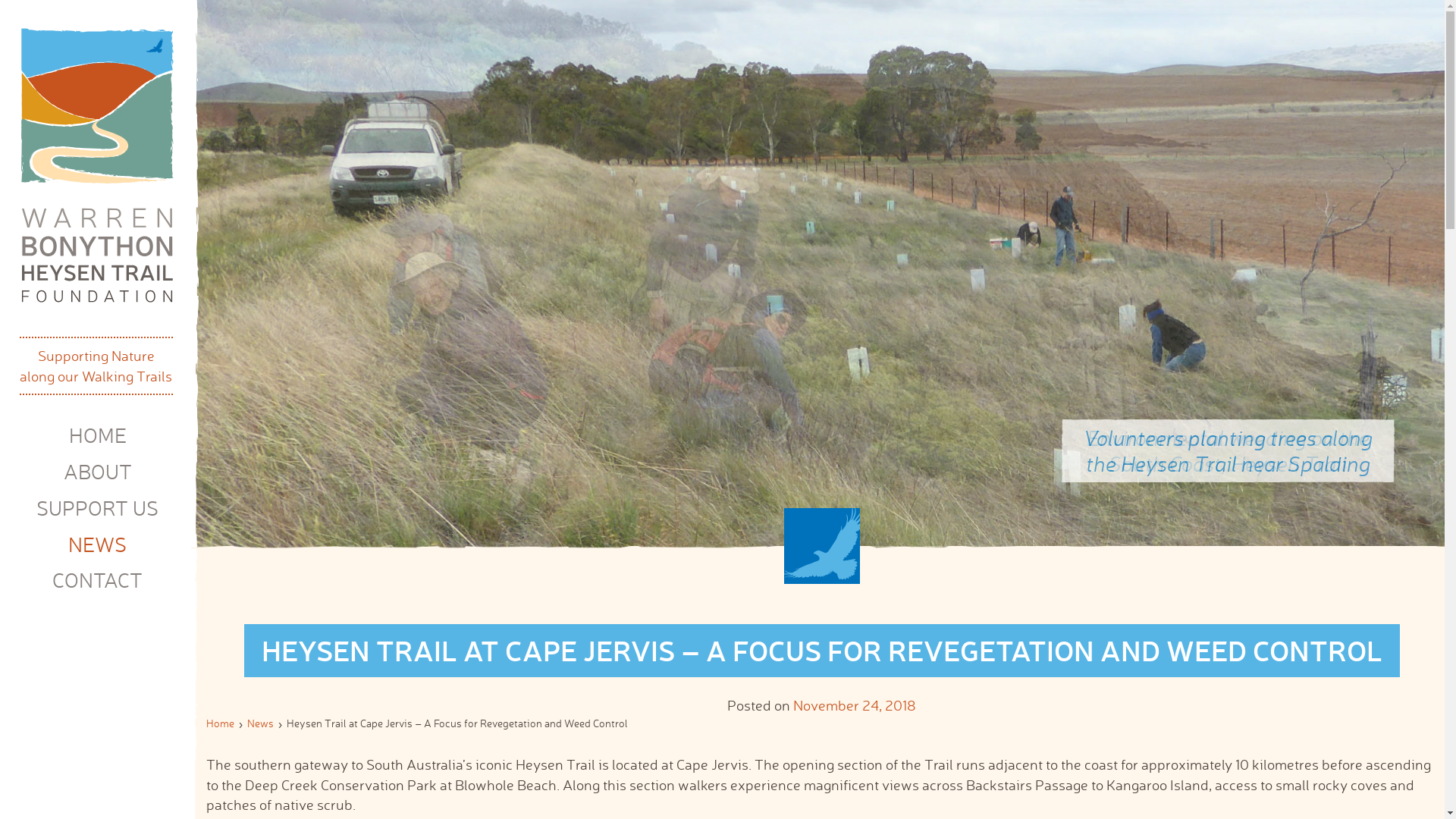  I want to click on 'November 24, 2018', so click(792, 704).